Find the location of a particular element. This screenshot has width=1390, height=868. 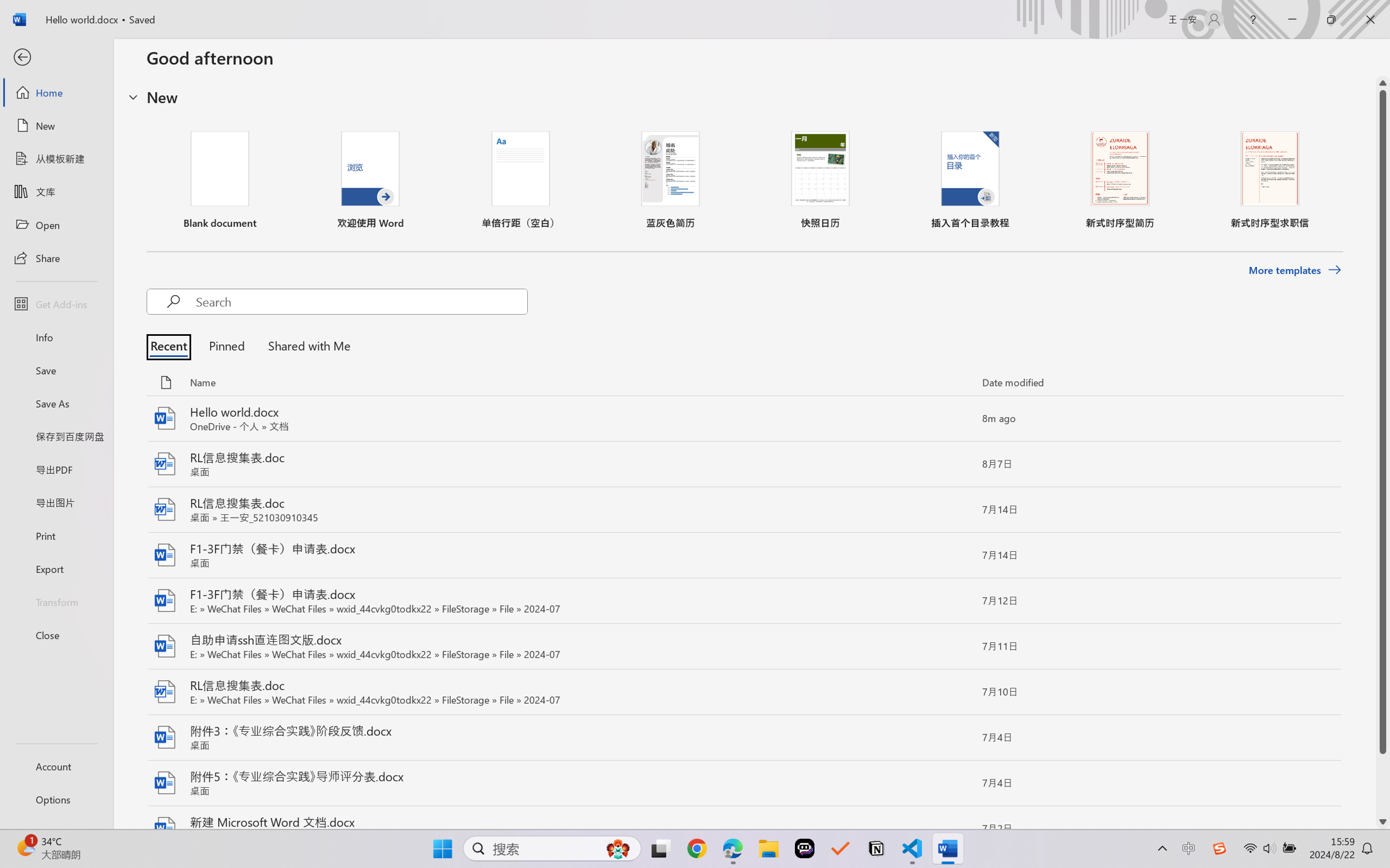

'Account' is located at coordinates (56, 766).